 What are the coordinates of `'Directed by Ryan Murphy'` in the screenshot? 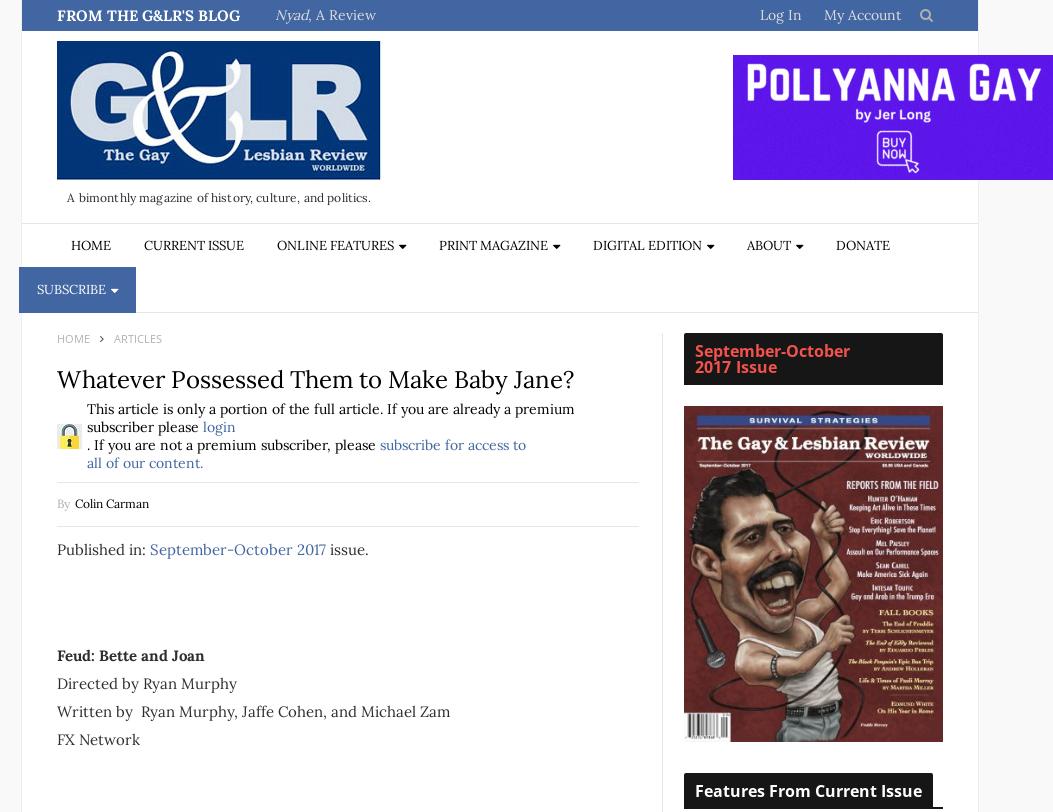 It's located at (145, 682).